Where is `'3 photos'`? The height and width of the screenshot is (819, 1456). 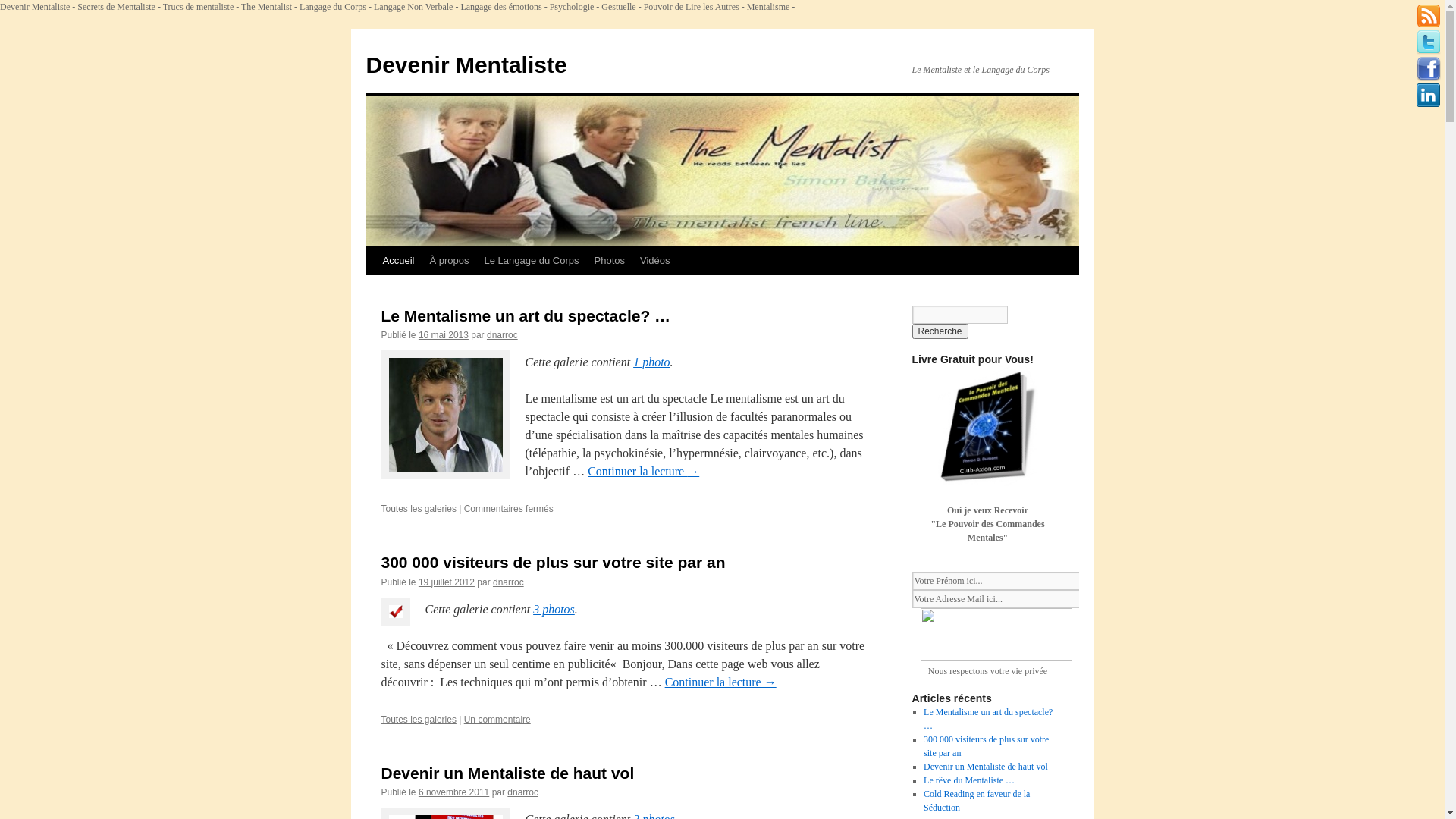 '3 photos' is located at coordinates (553, 608).